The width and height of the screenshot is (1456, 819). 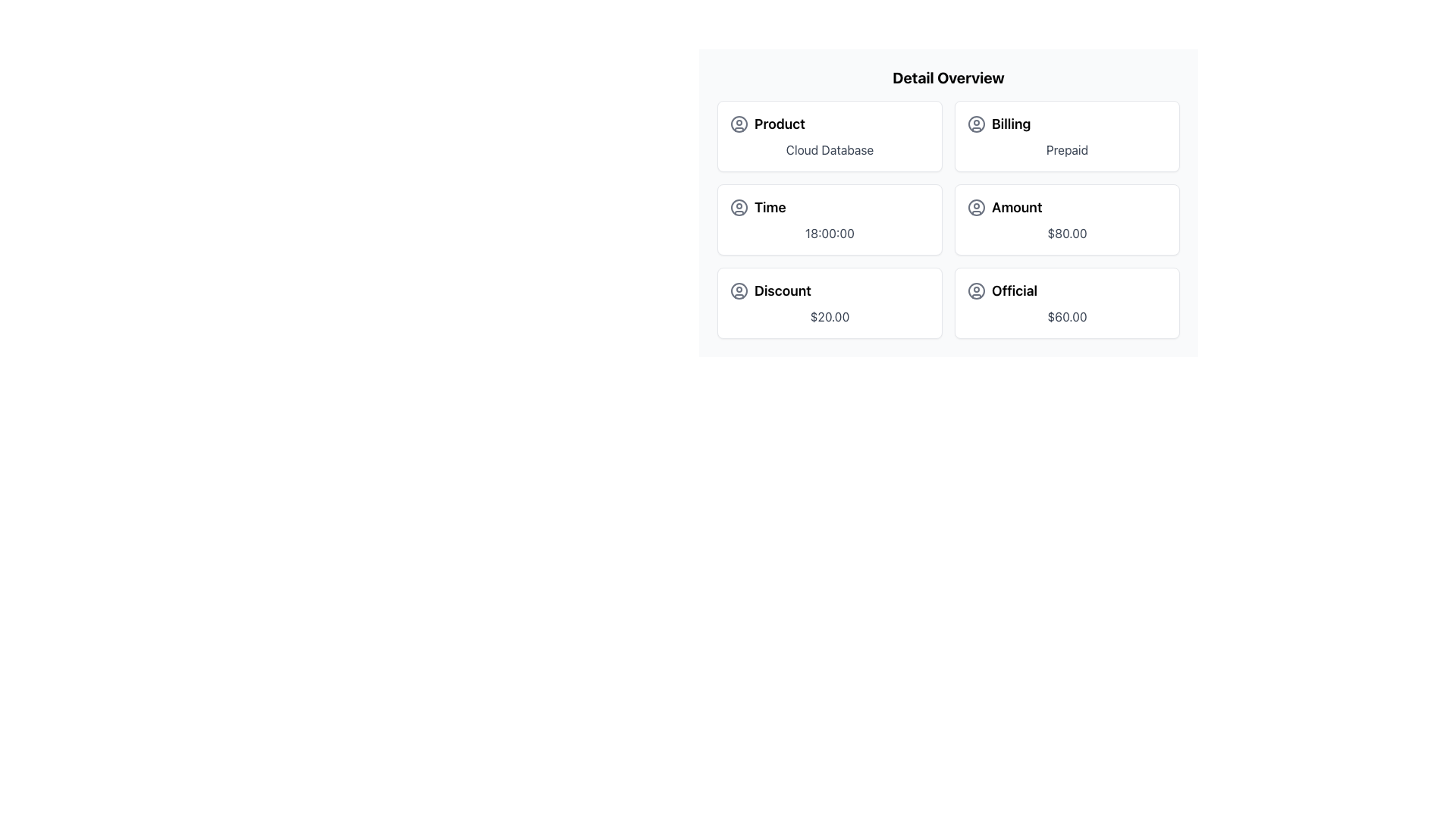 I want to click on data displayed in the structured grid layout that contains sections labeled 'Product', 'Billing', 'Time', 'Amount', 'Discount', and 'Official', so click(x=948, y=219).